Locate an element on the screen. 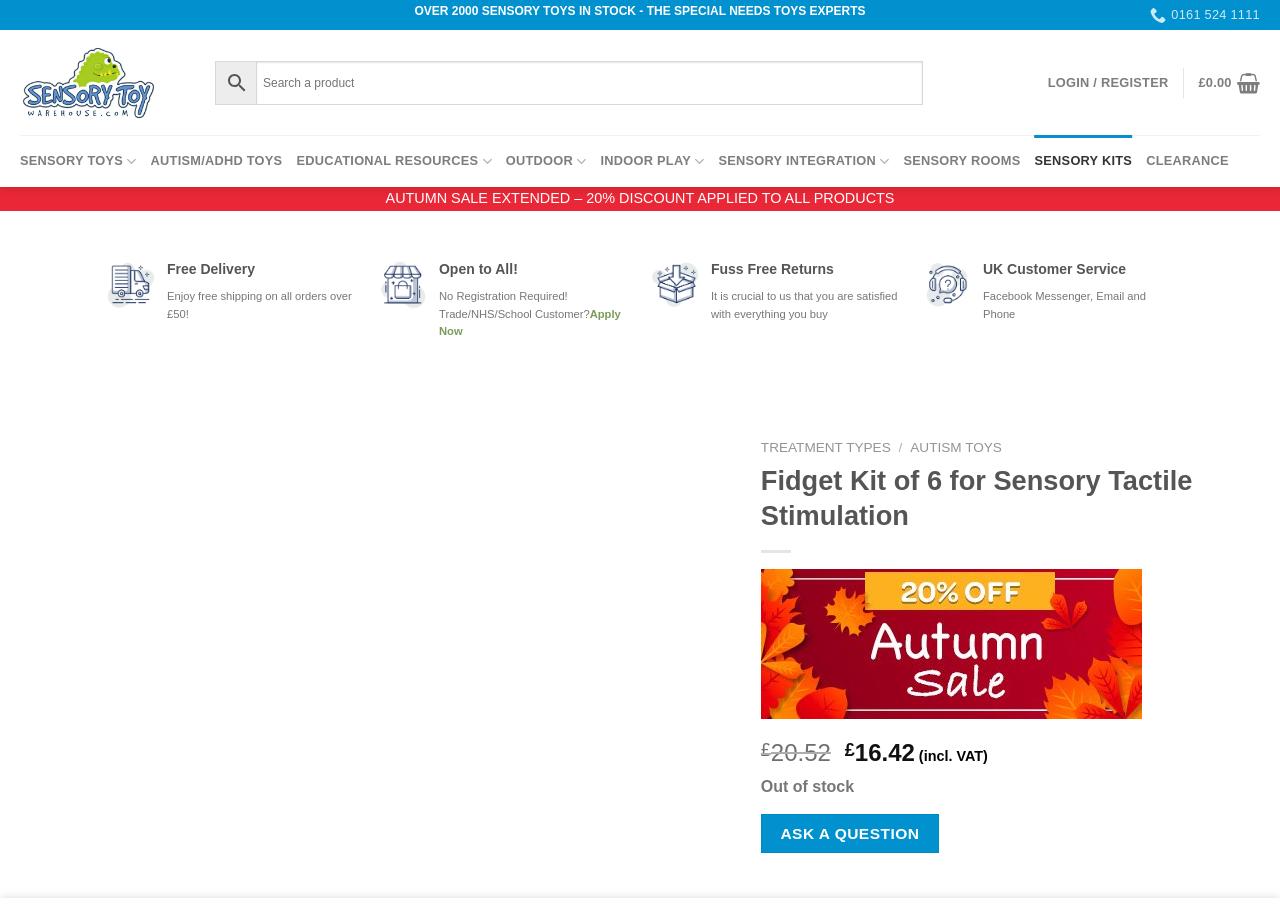 This screenshot has width=1280, height=905. 'Autism/ADHD Toys' is located at coordinates (149, 160).